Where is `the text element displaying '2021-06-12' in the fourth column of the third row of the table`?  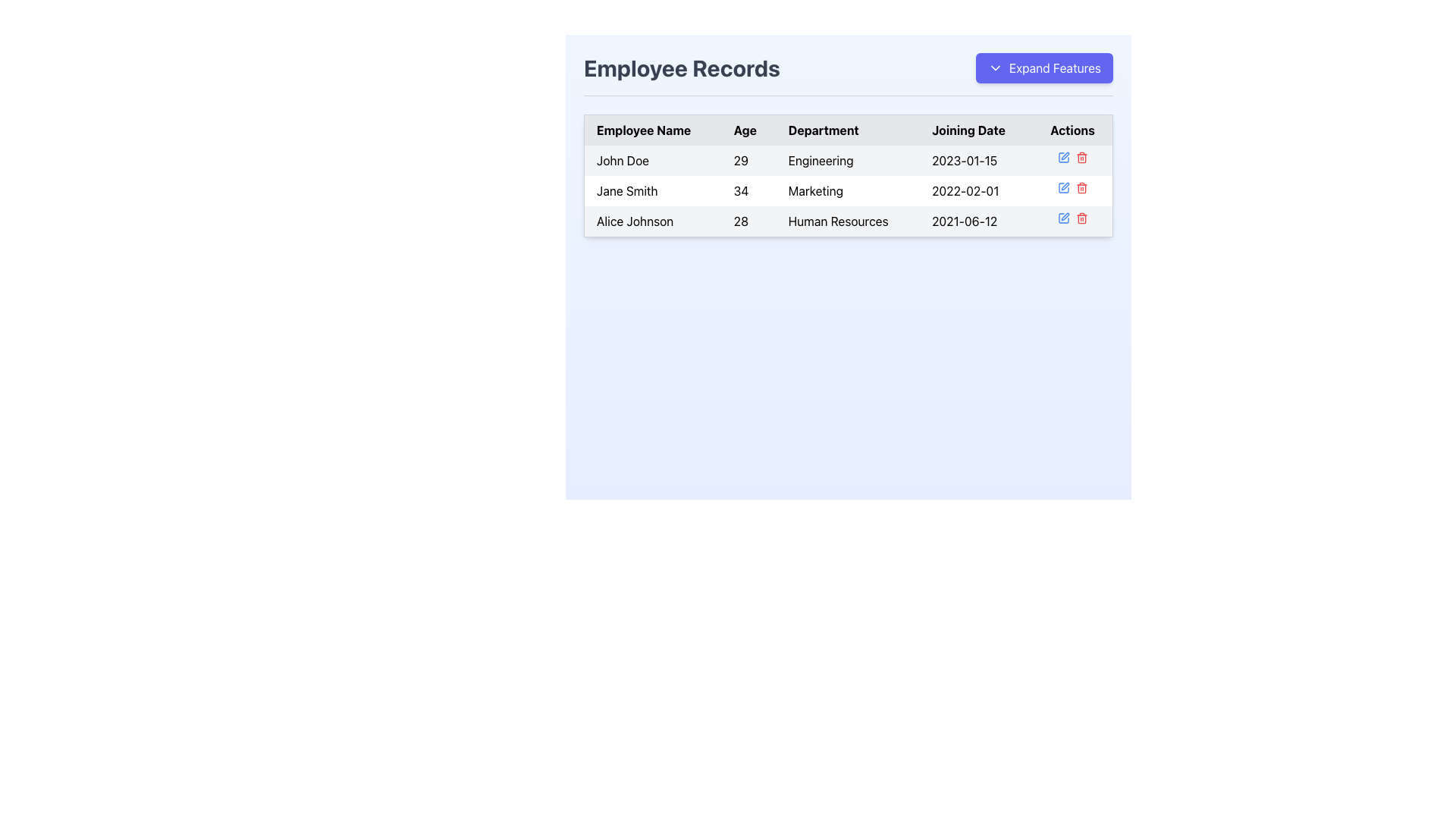 the text element displaying '2021-06-12' in the fourth column of the third row of the table is located at coordinates (976, 221).